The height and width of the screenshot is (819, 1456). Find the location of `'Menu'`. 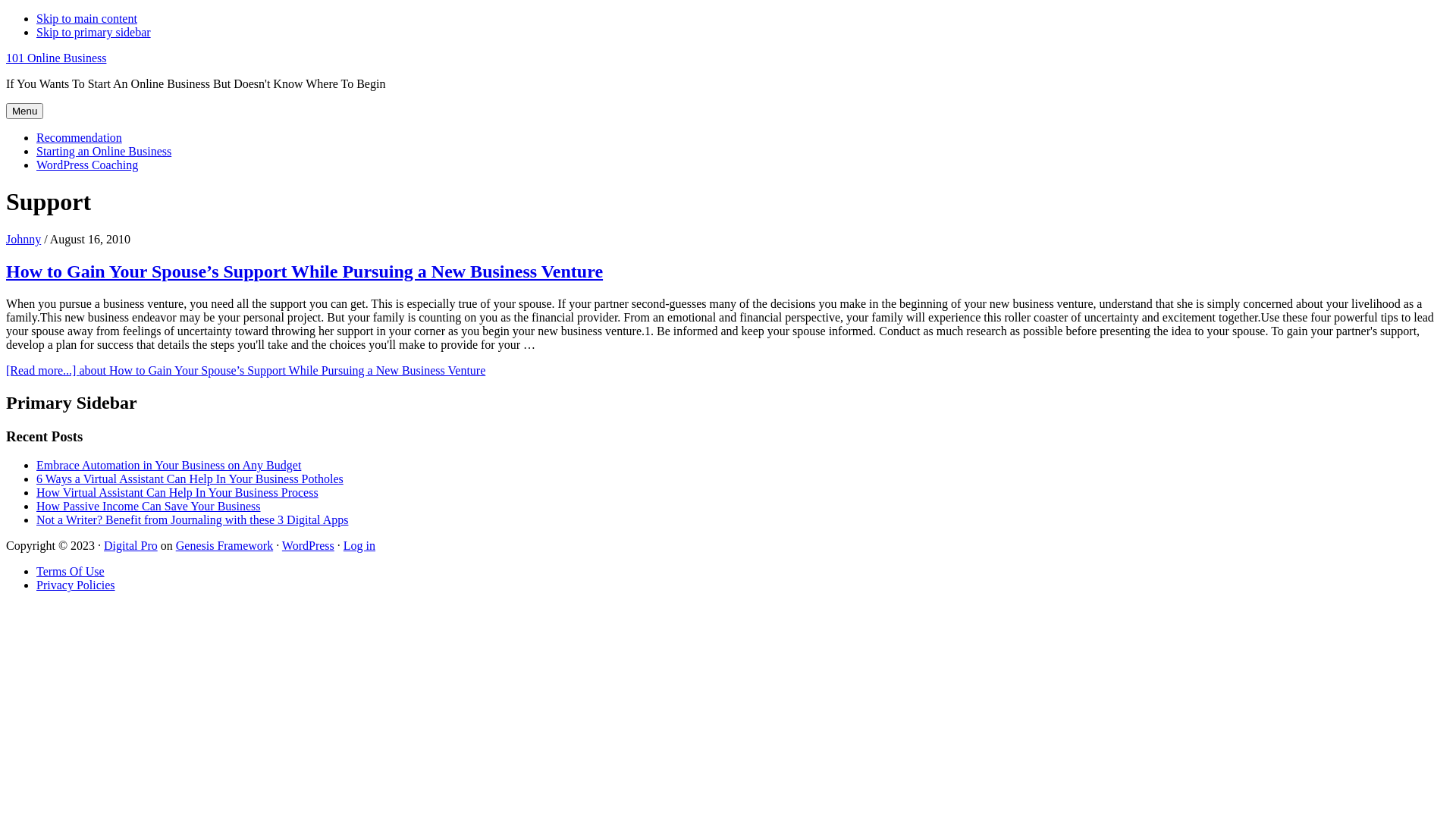

'Menu' is located at coordinates (24, 110).